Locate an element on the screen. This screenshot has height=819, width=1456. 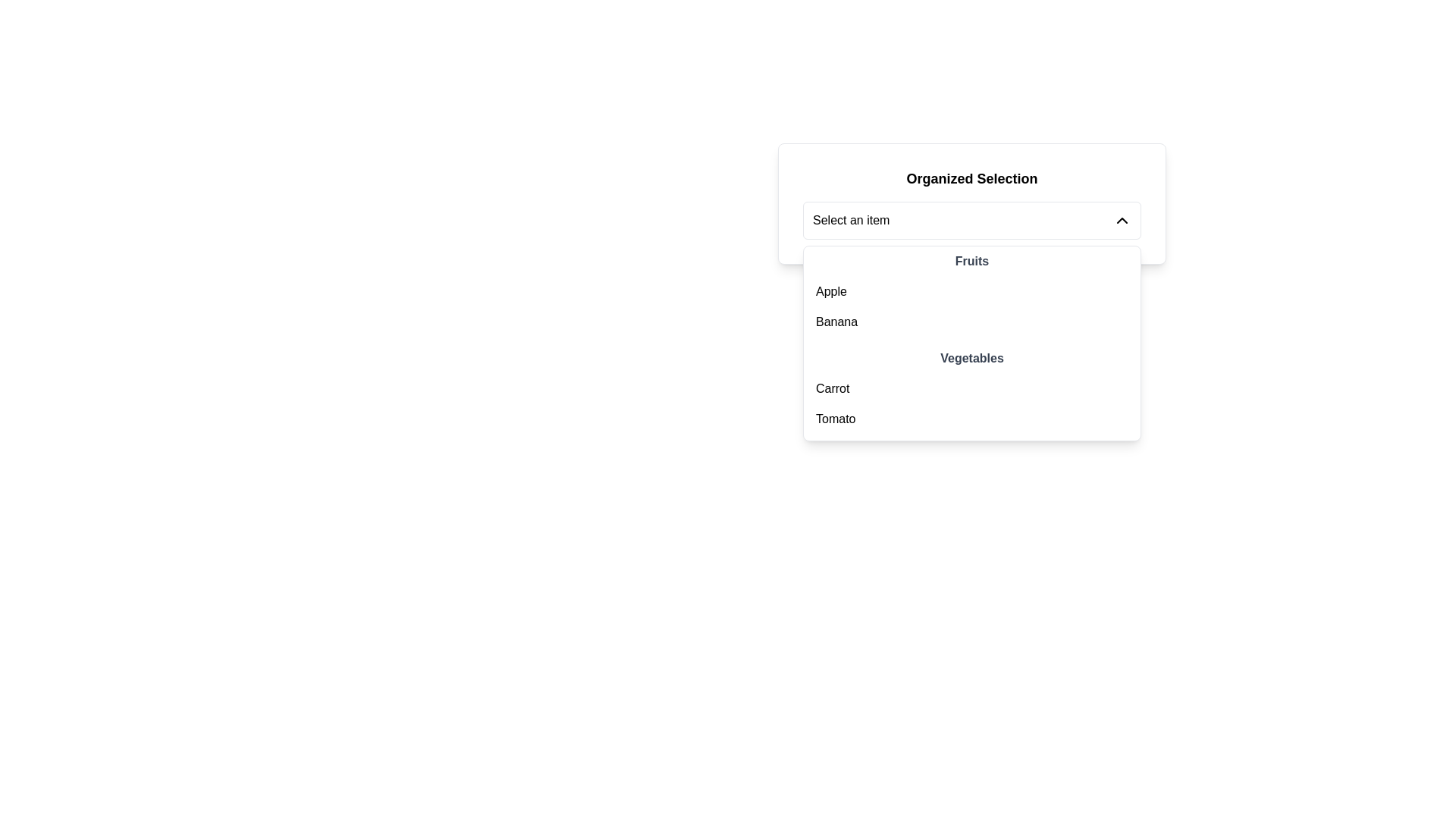
the text label displaying 'Tomato' in the bottom-most portion of the 'Vegetables' section in the dropdown menu under the 'Organized Selection' header is located at coordinates (835, 419).